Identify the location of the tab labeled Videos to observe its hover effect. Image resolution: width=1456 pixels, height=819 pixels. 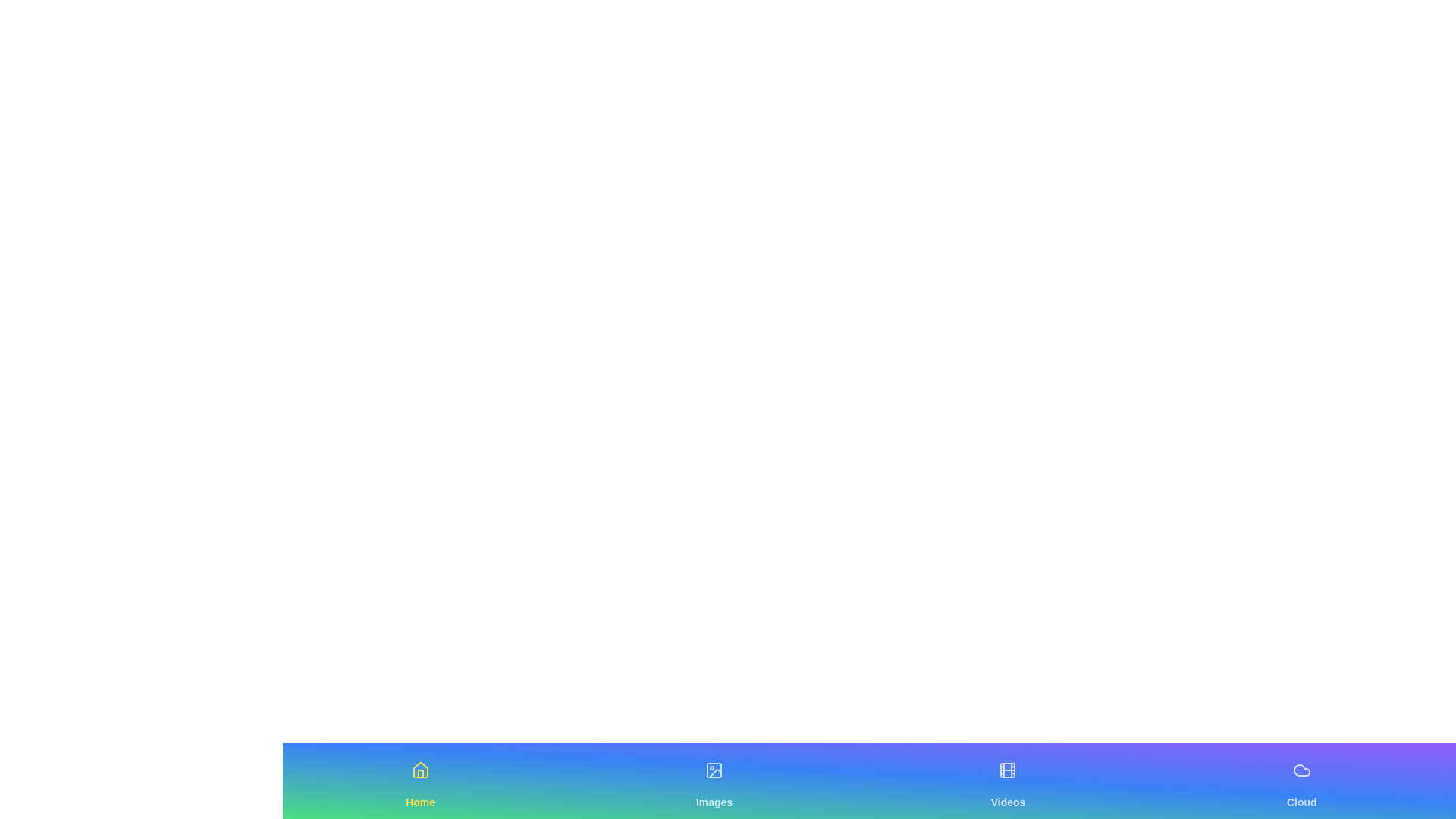
(1008, 780).